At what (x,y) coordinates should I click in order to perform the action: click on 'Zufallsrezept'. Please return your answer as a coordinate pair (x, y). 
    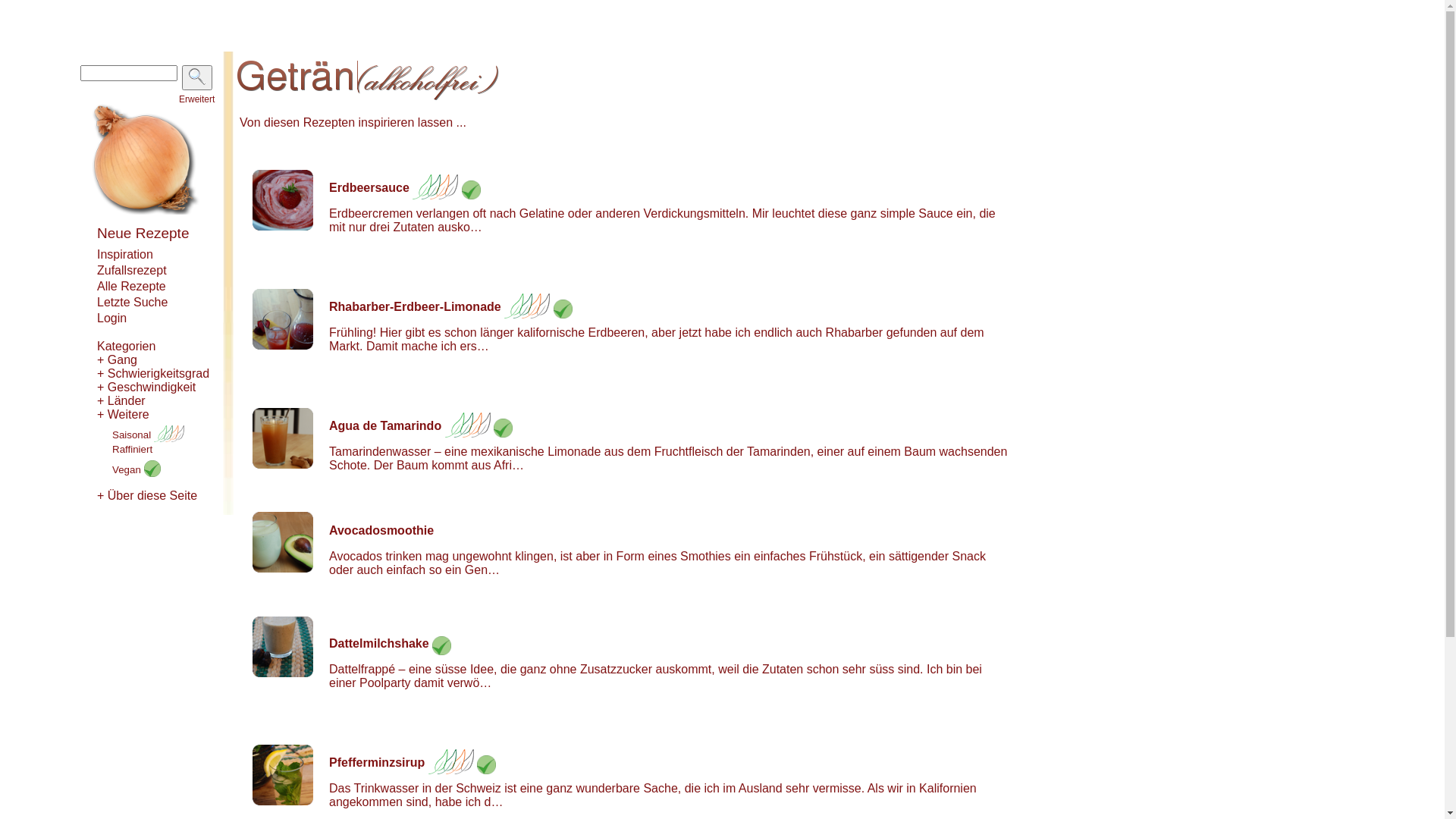
    Looking at the image, I should click on (96, 269).